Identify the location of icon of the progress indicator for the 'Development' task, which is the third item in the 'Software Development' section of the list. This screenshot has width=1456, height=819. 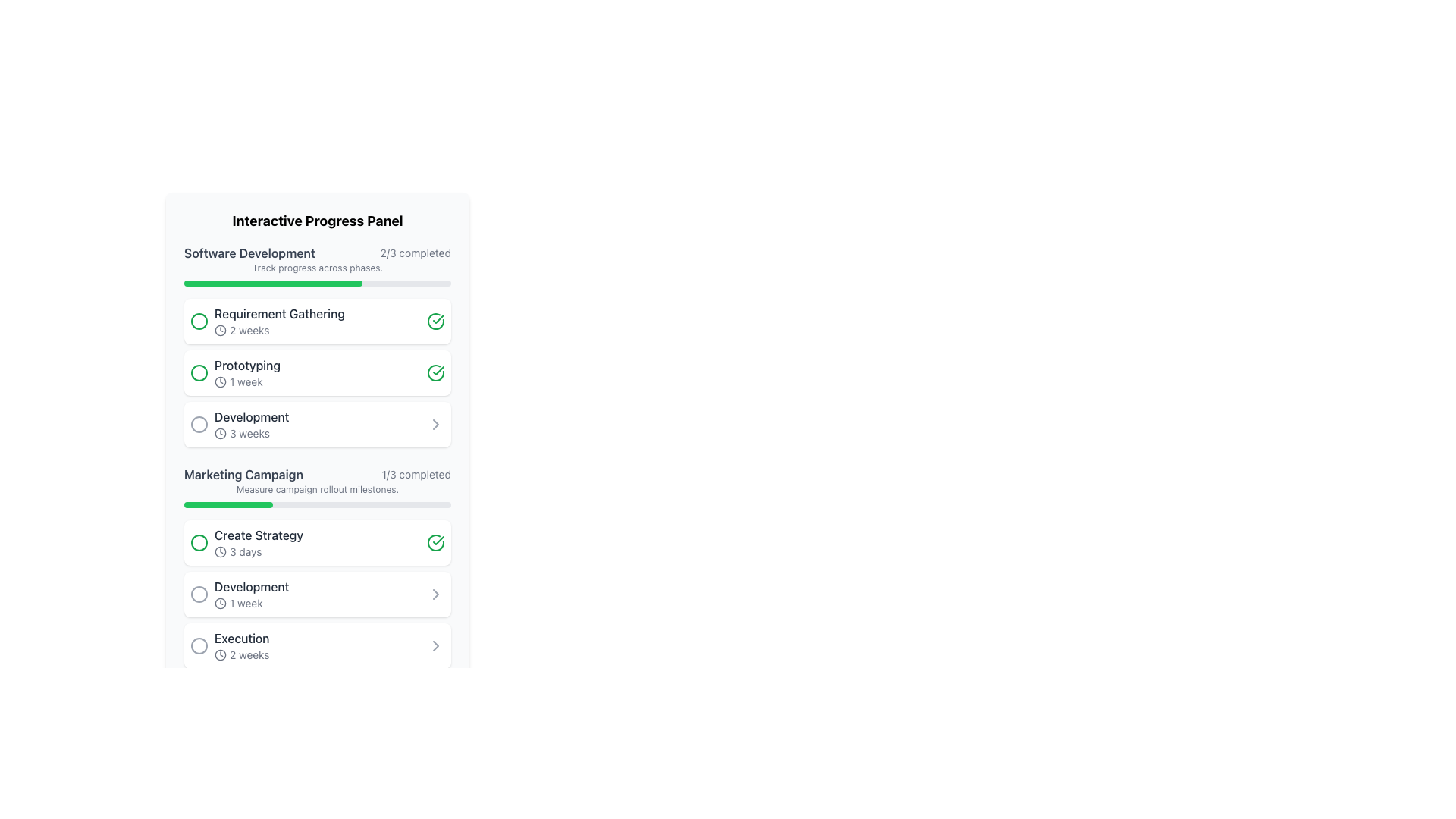
(252, 424).